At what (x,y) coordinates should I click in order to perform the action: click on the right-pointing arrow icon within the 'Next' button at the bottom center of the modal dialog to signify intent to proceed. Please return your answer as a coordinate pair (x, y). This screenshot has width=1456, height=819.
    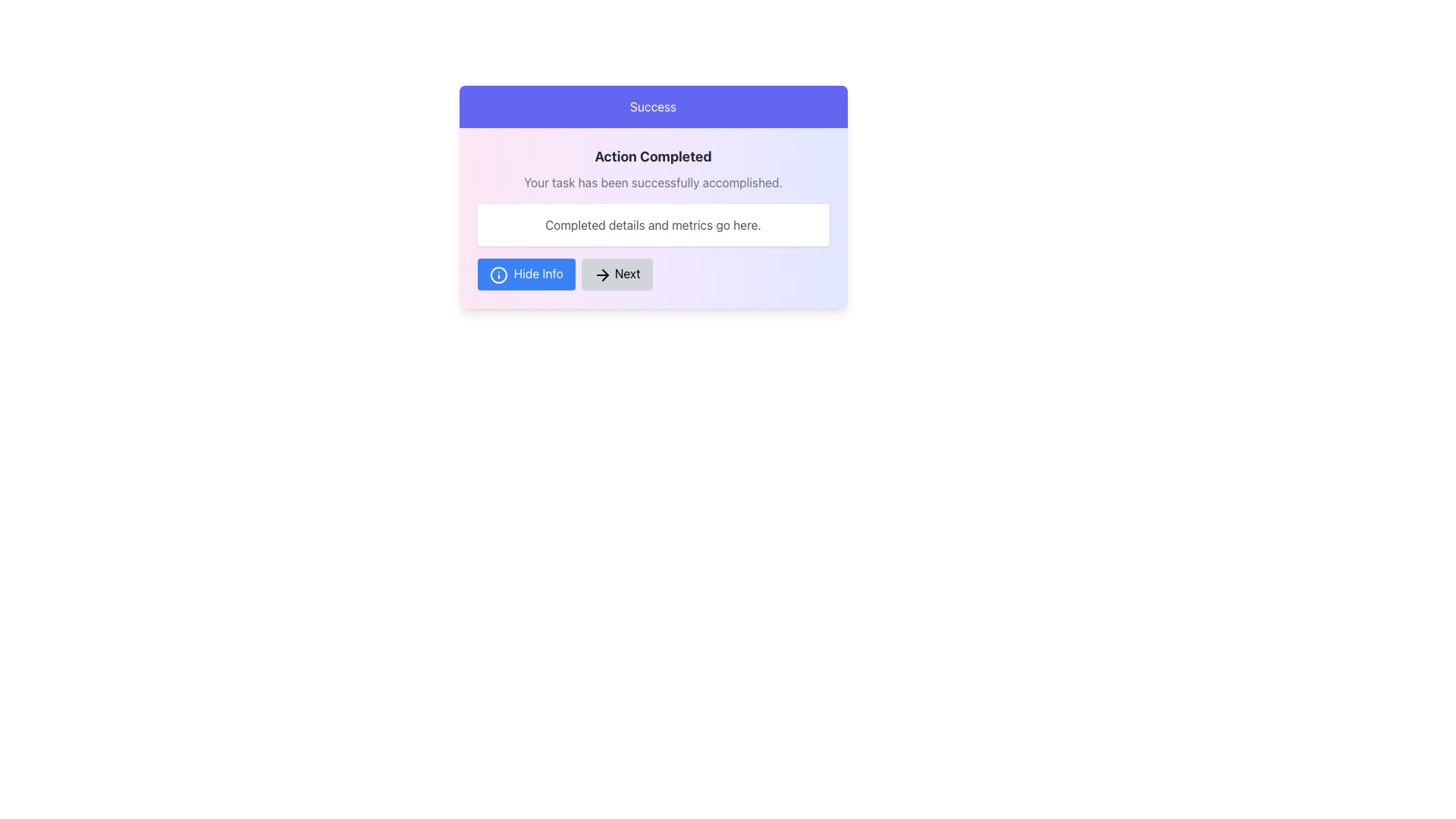
    Looking at the image, I should click on (601, 275).